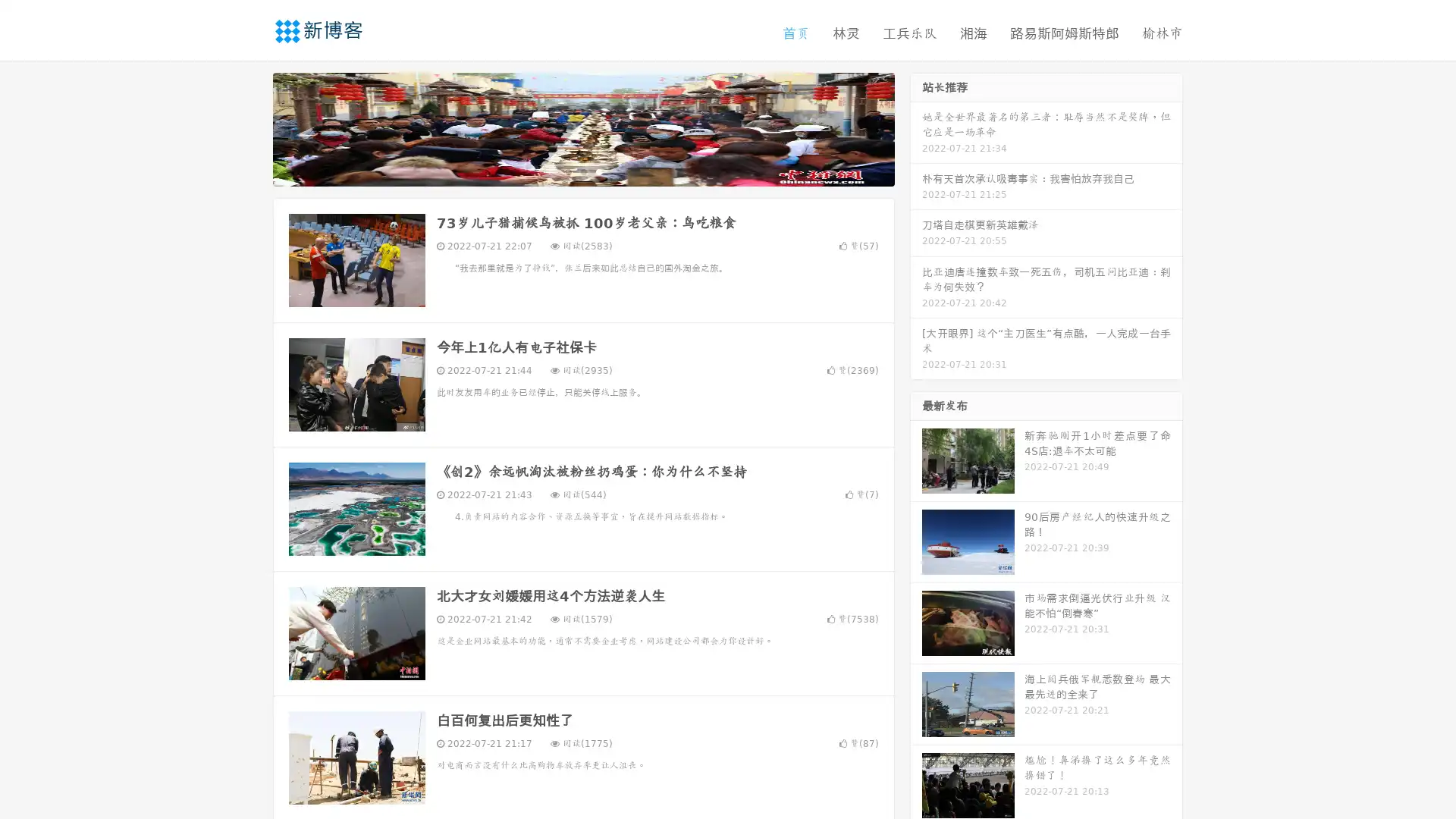  Describe the element at coordinates (598, 171) in the screenshot. I see `Go to slide 3` at that location.